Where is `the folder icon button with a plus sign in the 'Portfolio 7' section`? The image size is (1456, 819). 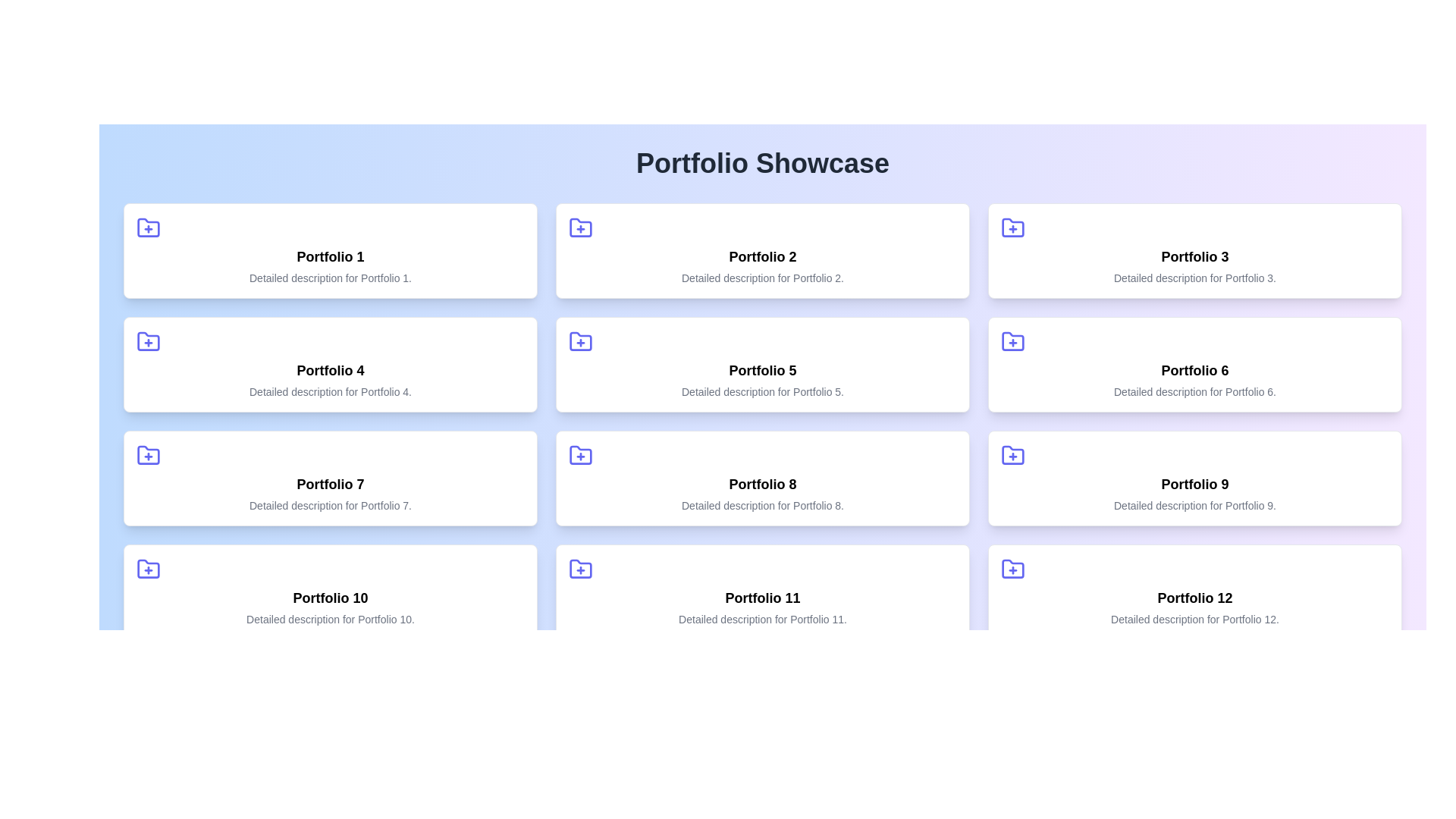
the folder icon button with a plus sign in the 'Portfolio 7' section is located at coordinates (149, 454).